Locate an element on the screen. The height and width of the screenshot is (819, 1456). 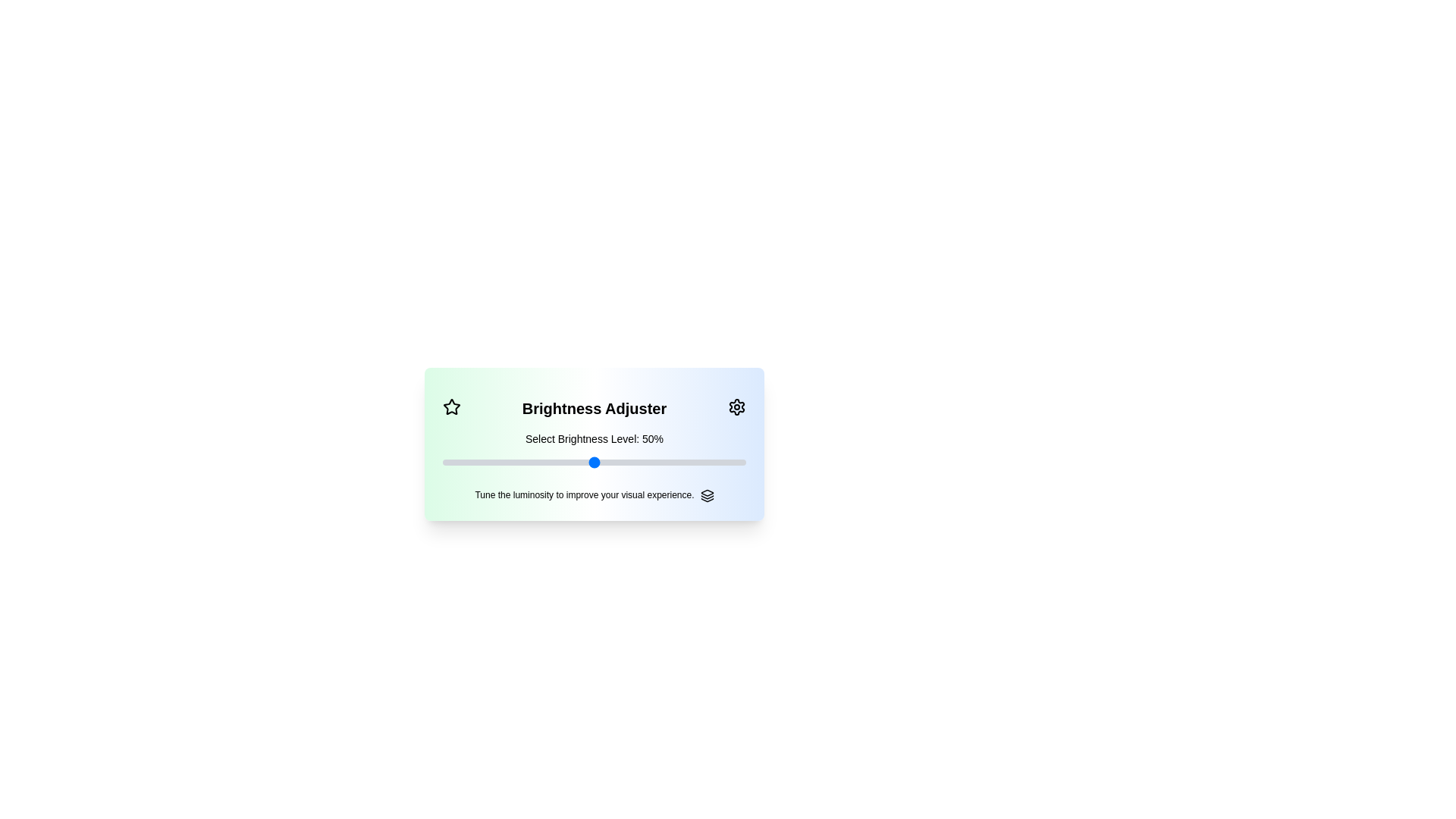
the slider to set brightness to 37% is located at coordinates (442, 461).